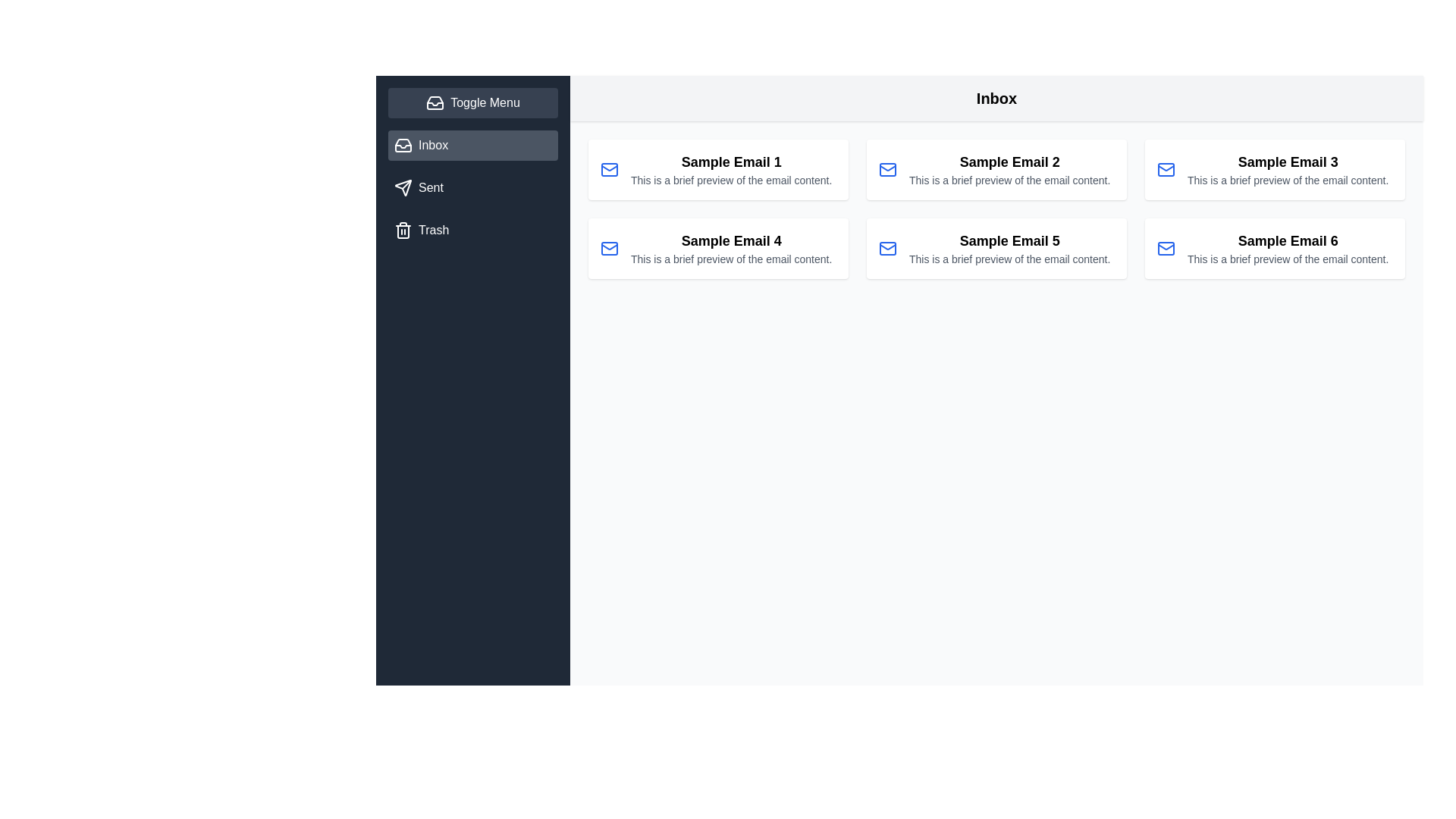 This screenshot has width=1456, height=819. What do you see at coordinates (1165, 247) in the screenshot?
I see `the email envelope icon located in the first section of the card labeled 'Sample Email 6', positioned in the lower-right corner of the grid layout, aligned to the left before the text 'Sample Email 6'` at bounding box center [1165, 247].